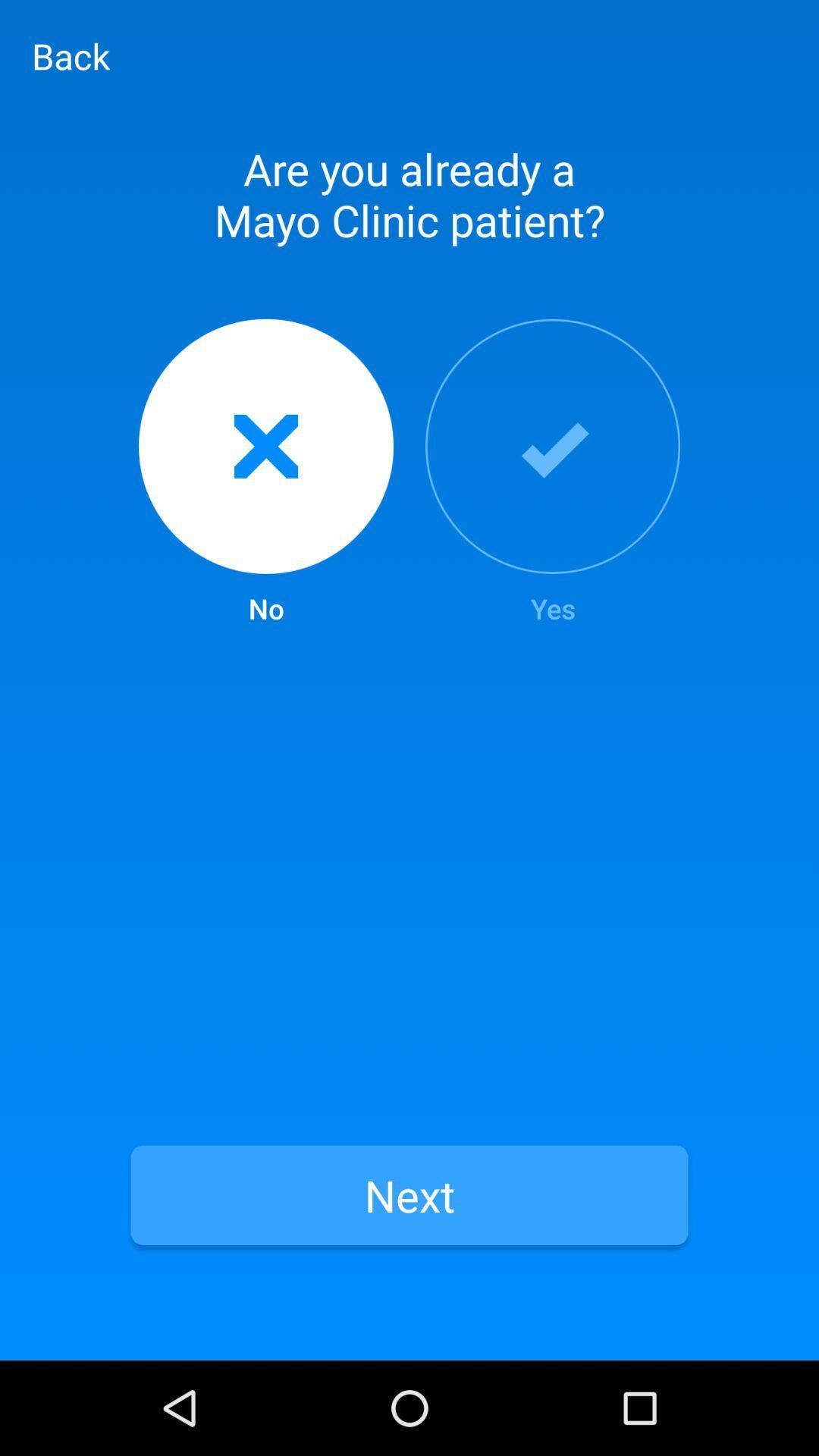  What do you see at coordinates (265, 472) in the screenshot?
I see `no` at bounding box center [265, 472].